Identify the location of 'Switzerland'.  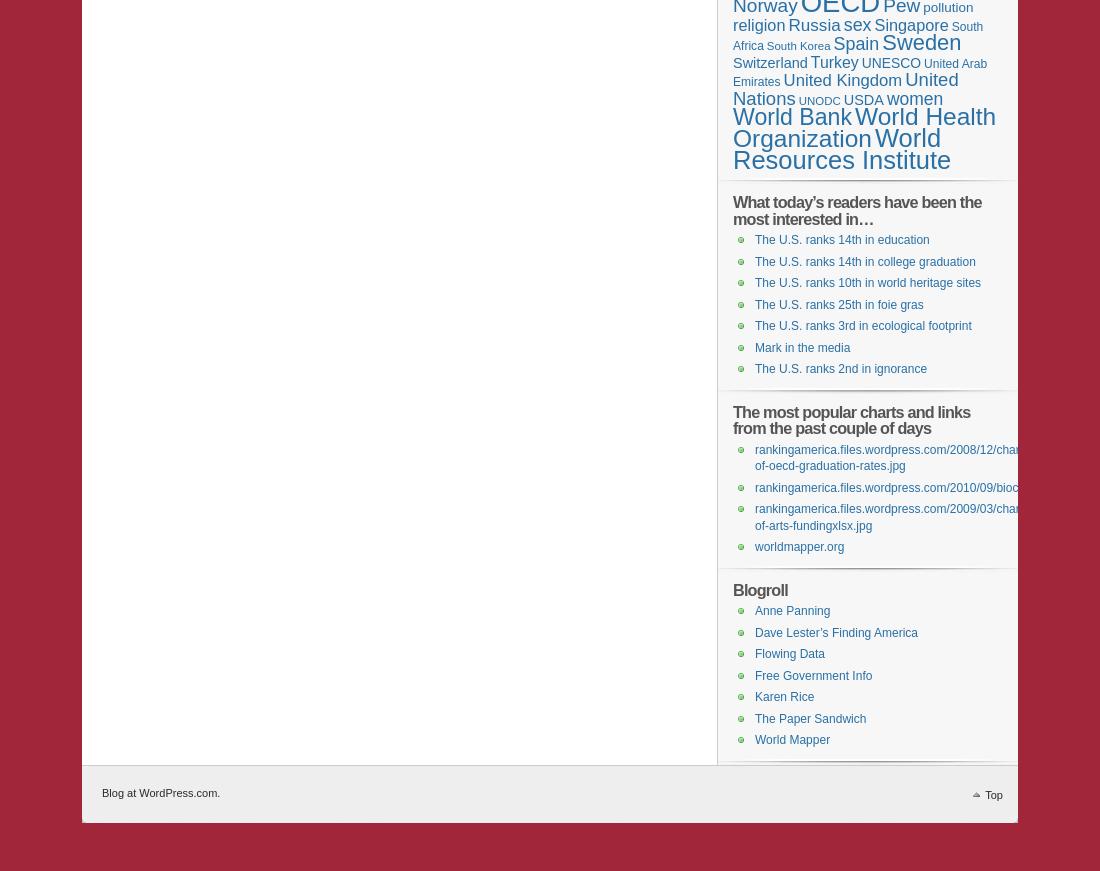
(770, 61).